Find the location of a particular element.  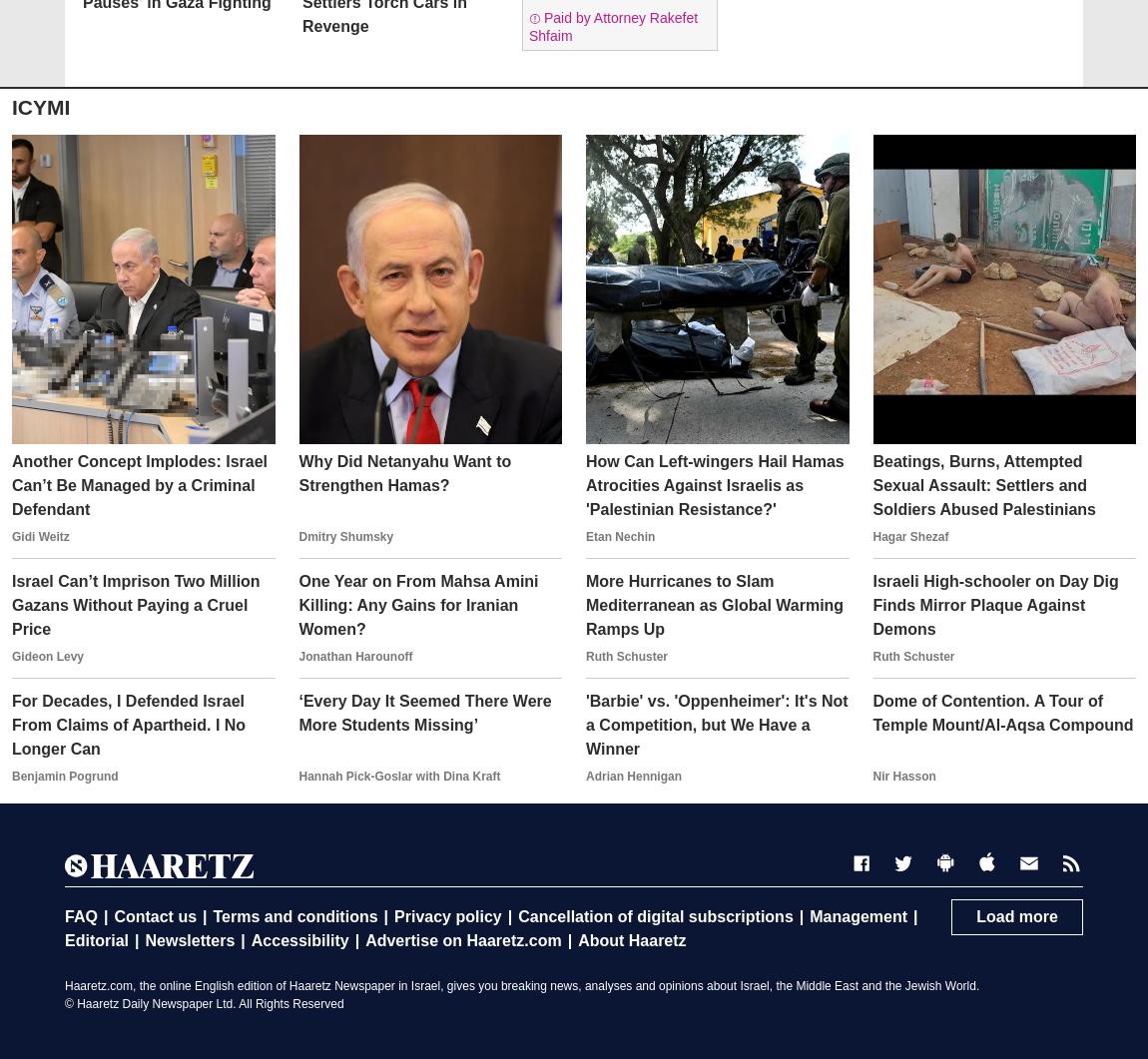

'Contact us' is located at coordinates (112, 915).